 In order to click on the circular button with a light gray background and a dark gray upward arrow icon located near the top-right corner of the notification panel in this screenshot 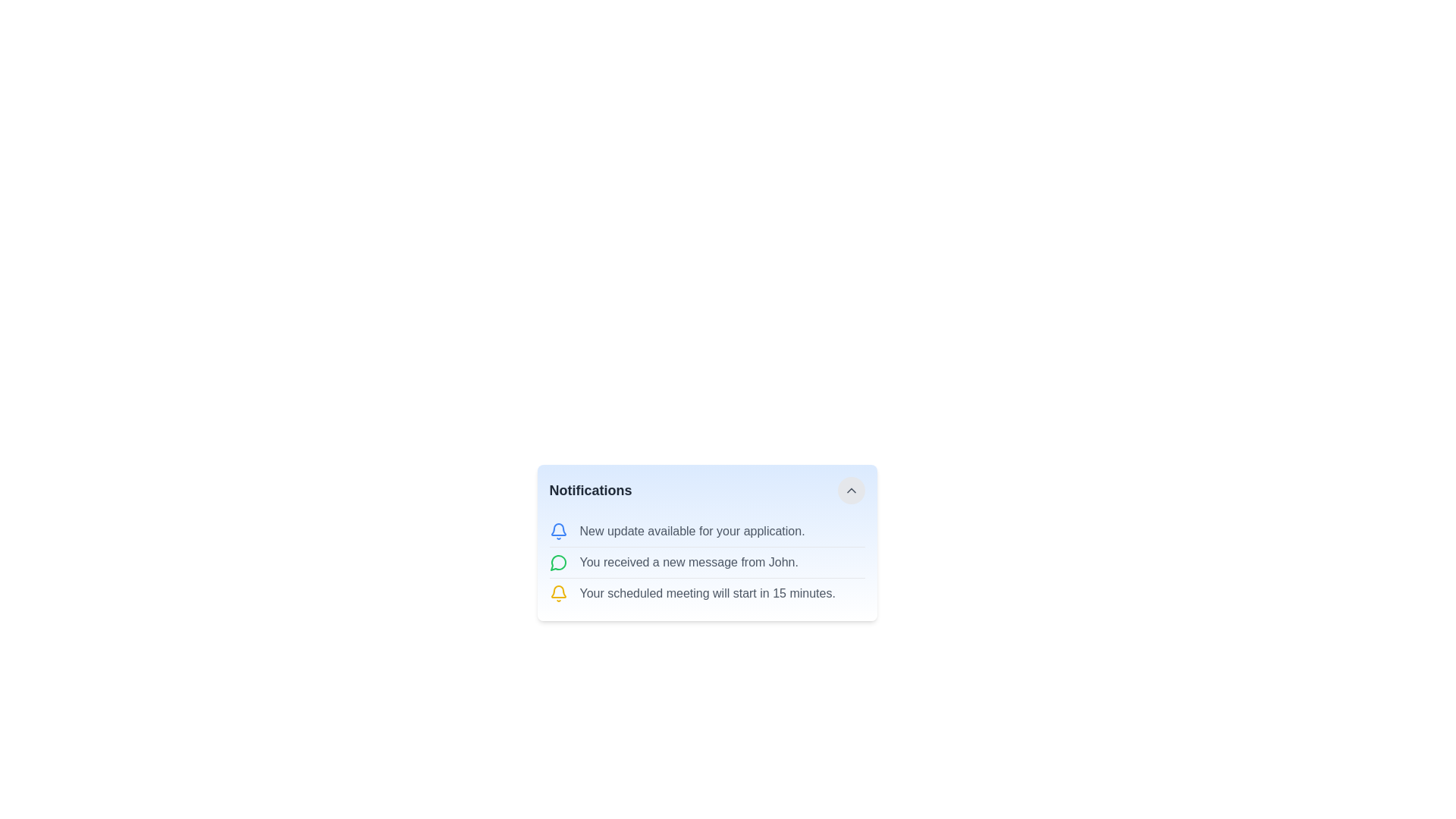, I will do `click(851, 491)`.